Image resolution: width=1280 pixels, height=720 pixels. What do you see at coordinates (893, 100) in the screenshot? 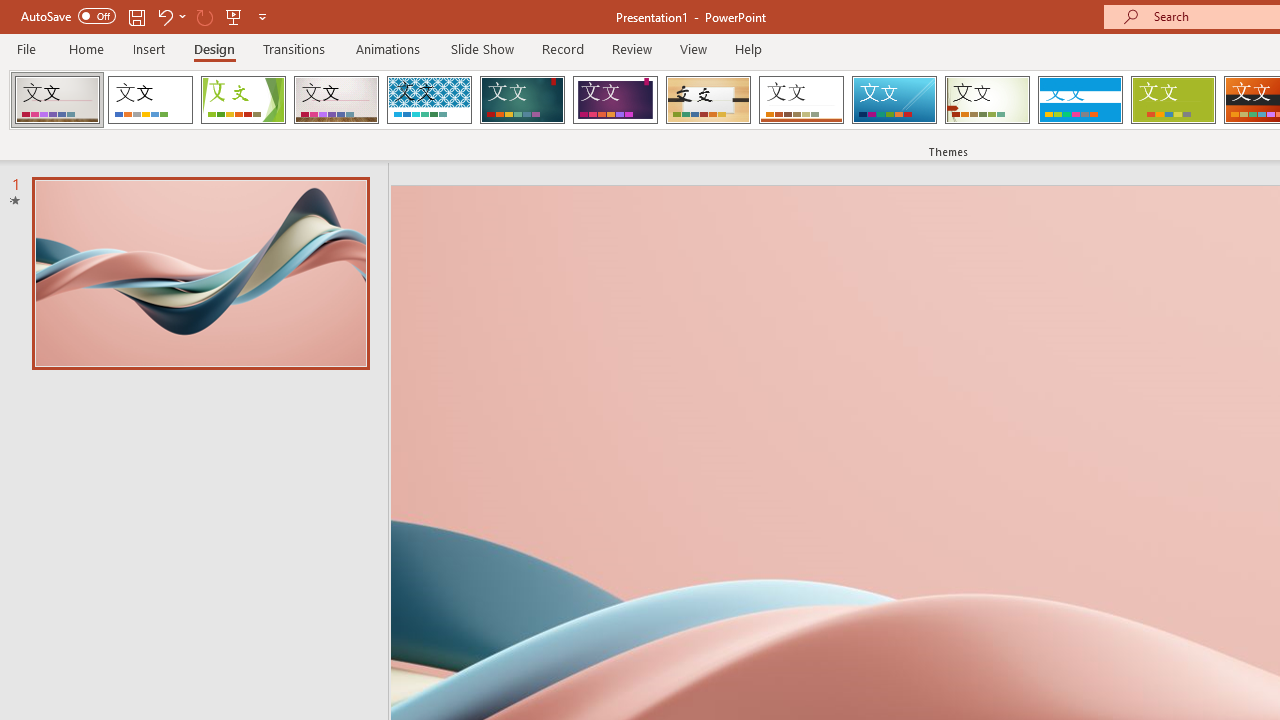
I see `'Slice'` at bounding box center [893, 100].